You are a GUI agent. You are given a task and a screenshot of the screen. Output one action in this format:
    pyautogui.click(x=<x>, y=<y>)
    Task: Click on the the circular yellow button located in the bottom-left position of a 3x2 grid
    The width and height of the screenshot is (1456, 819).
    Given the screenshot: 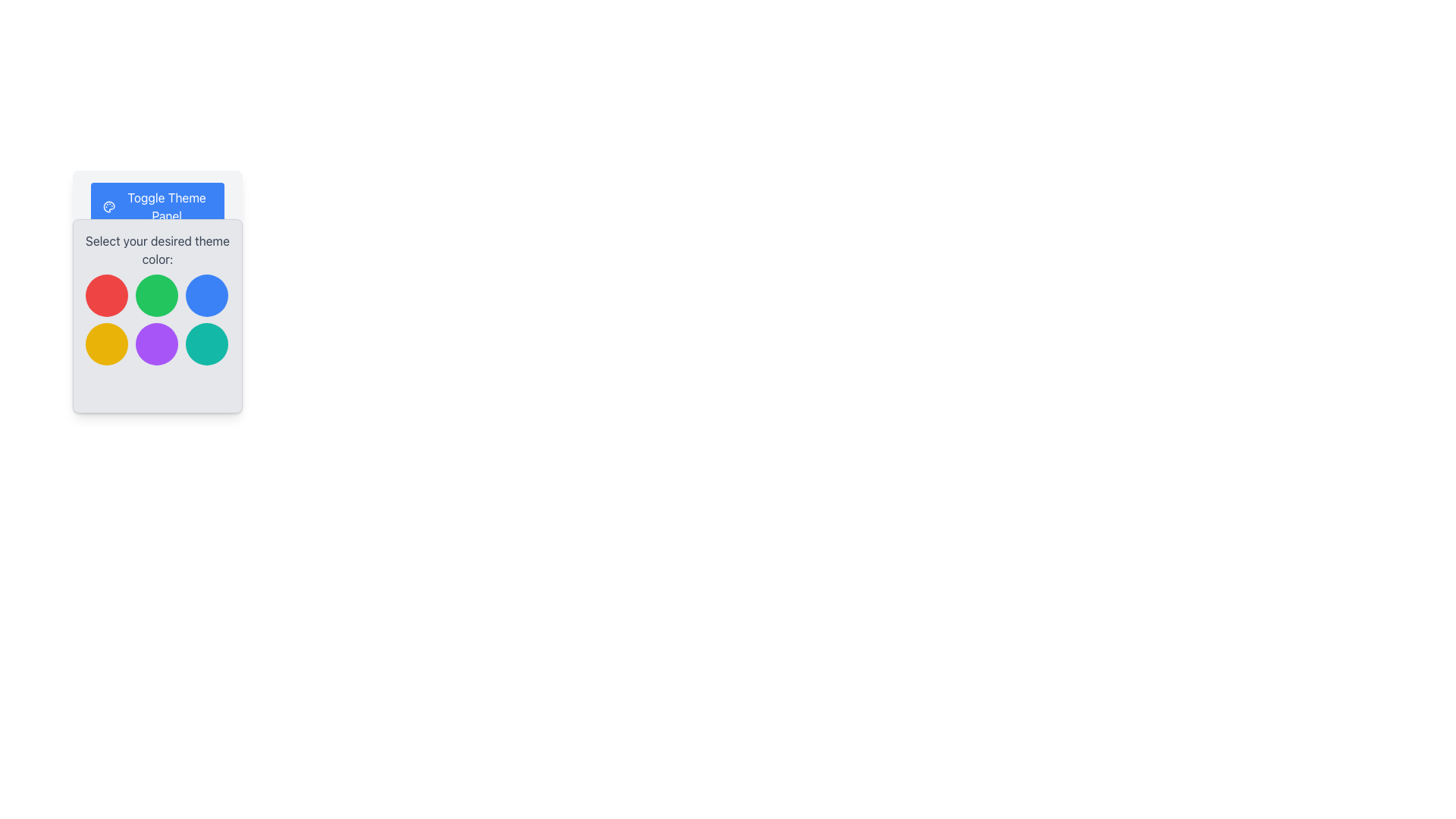 What is the action you would take?
    pyautogui.click(x=105, y=344)
    